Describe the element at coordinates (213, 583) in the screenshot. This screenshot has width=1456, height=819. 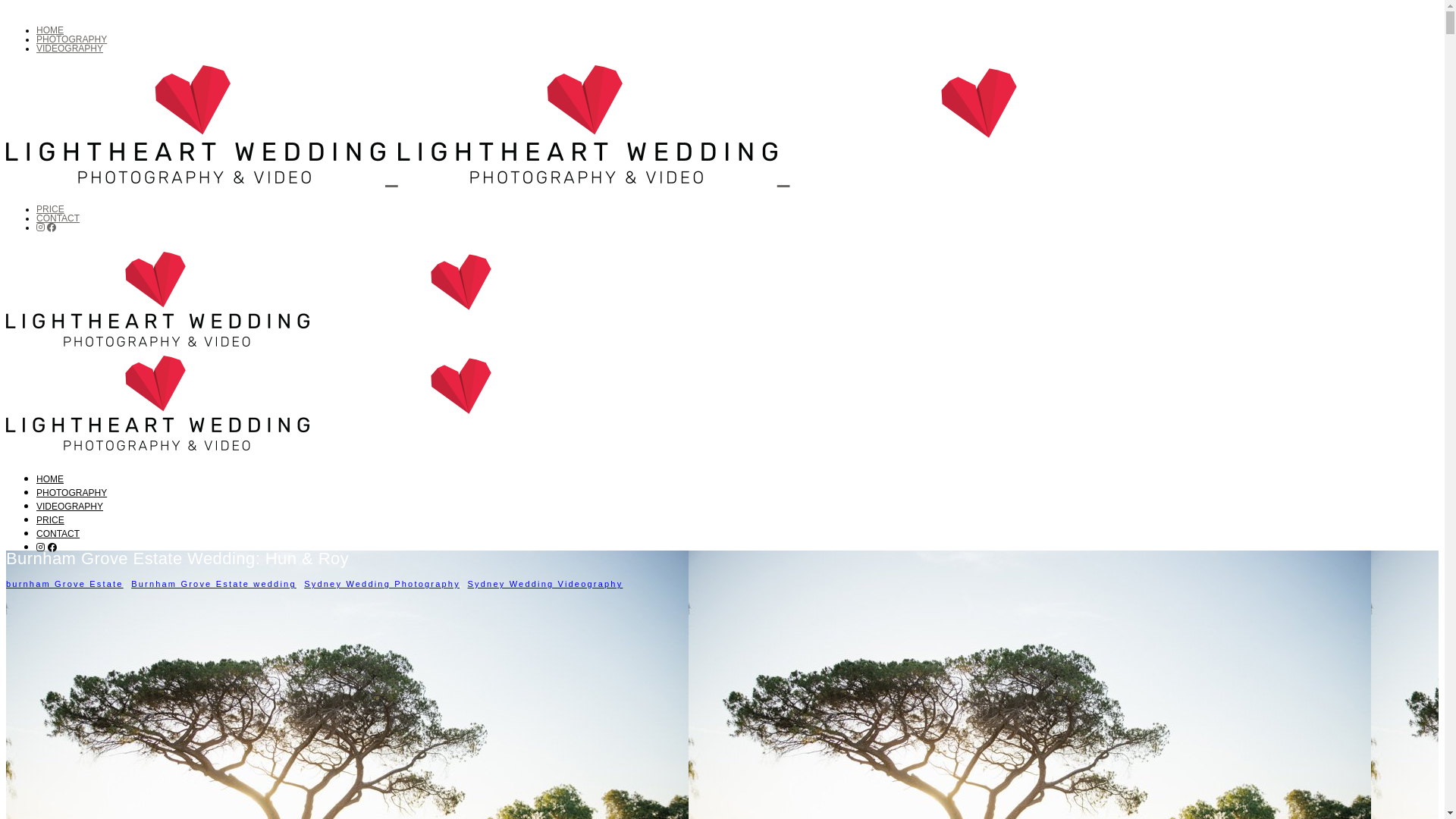
I see `'Burnham Grove Estate wedding'` at that location.